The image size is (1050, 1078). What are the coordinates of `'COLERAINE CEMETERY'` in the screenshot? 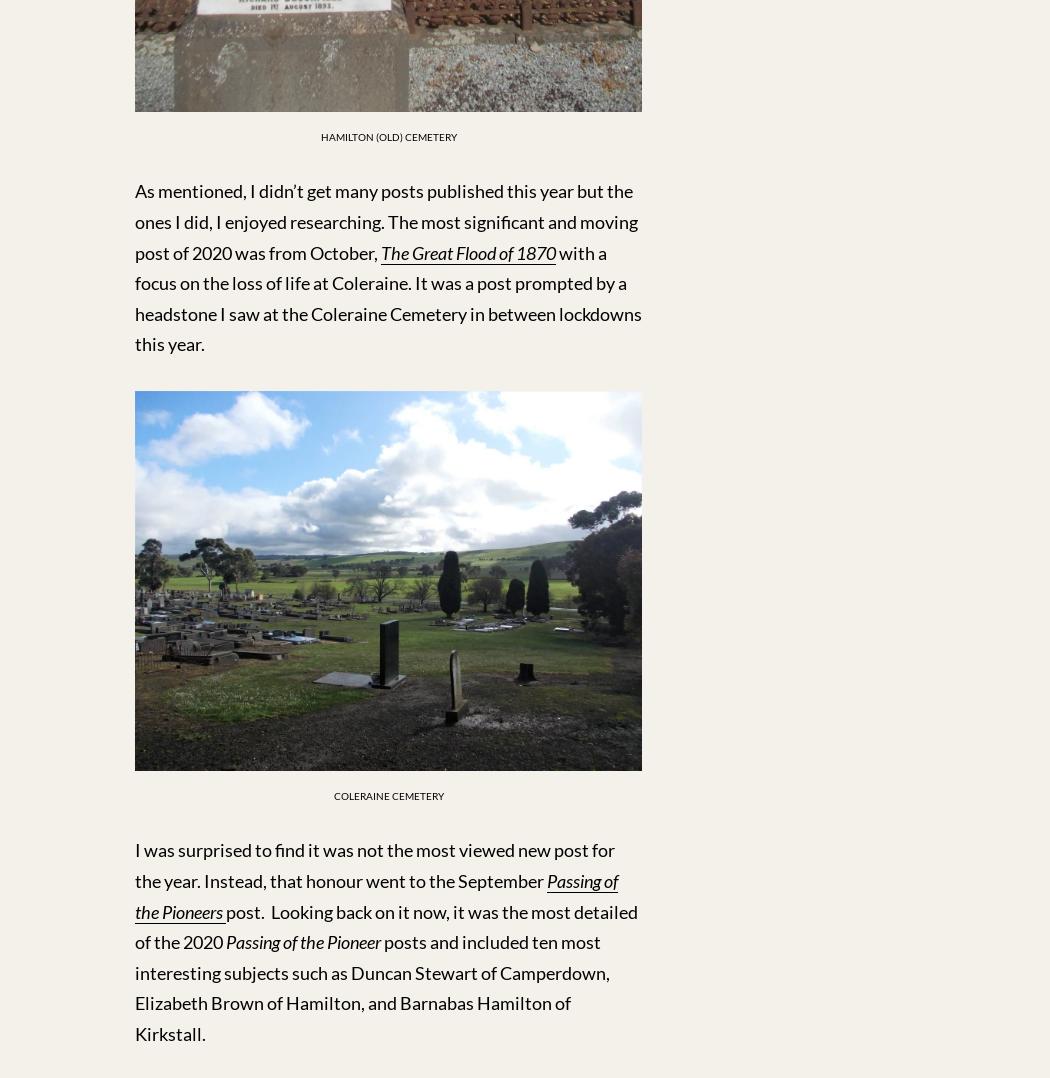 It's located at (332, 794).